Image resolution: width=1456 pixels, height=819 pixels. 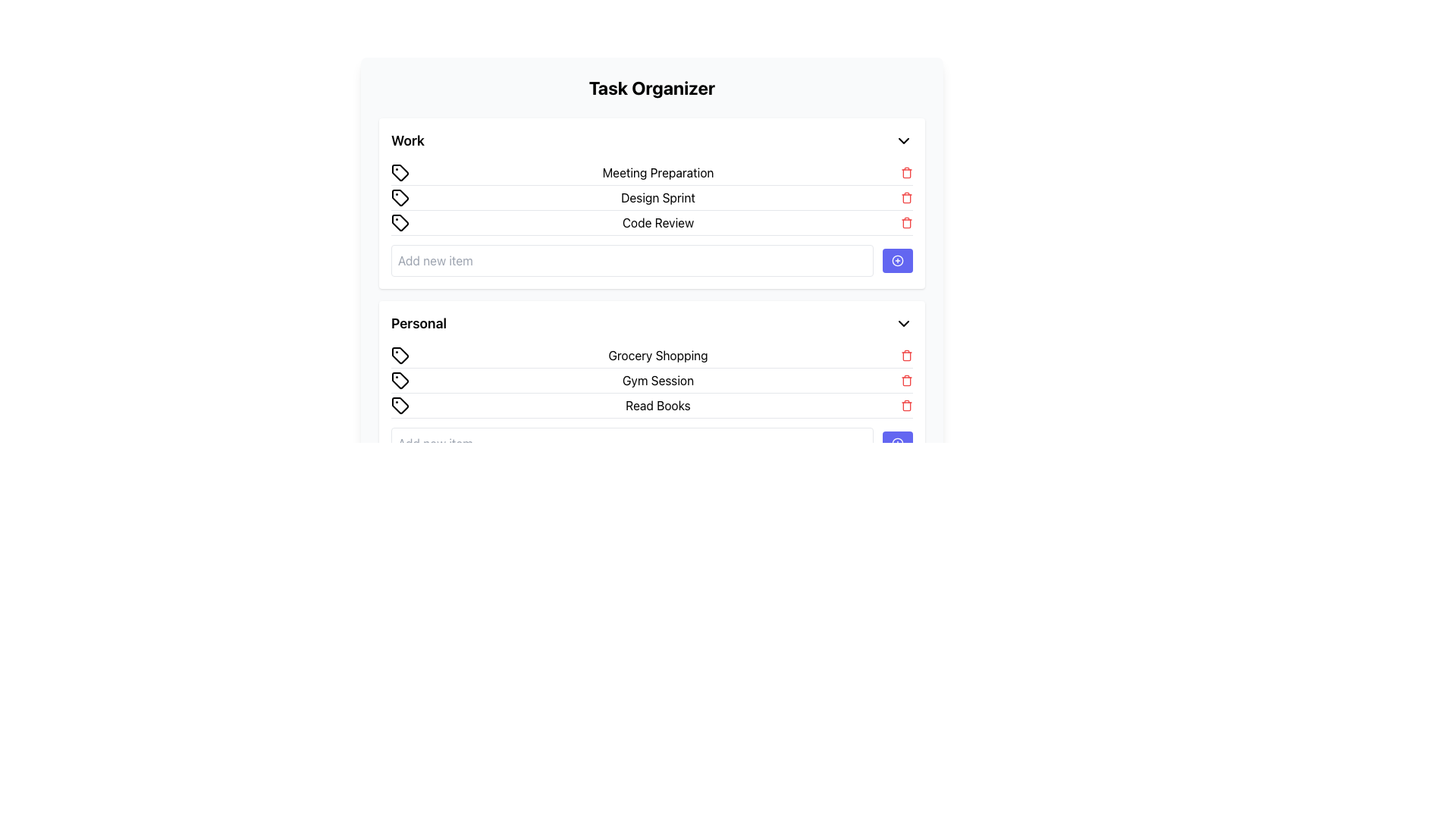 I want to click on the add symbol icon, which is a small circular icon with a plus sign inside, located within a blue button, so click(x=898, y=444).